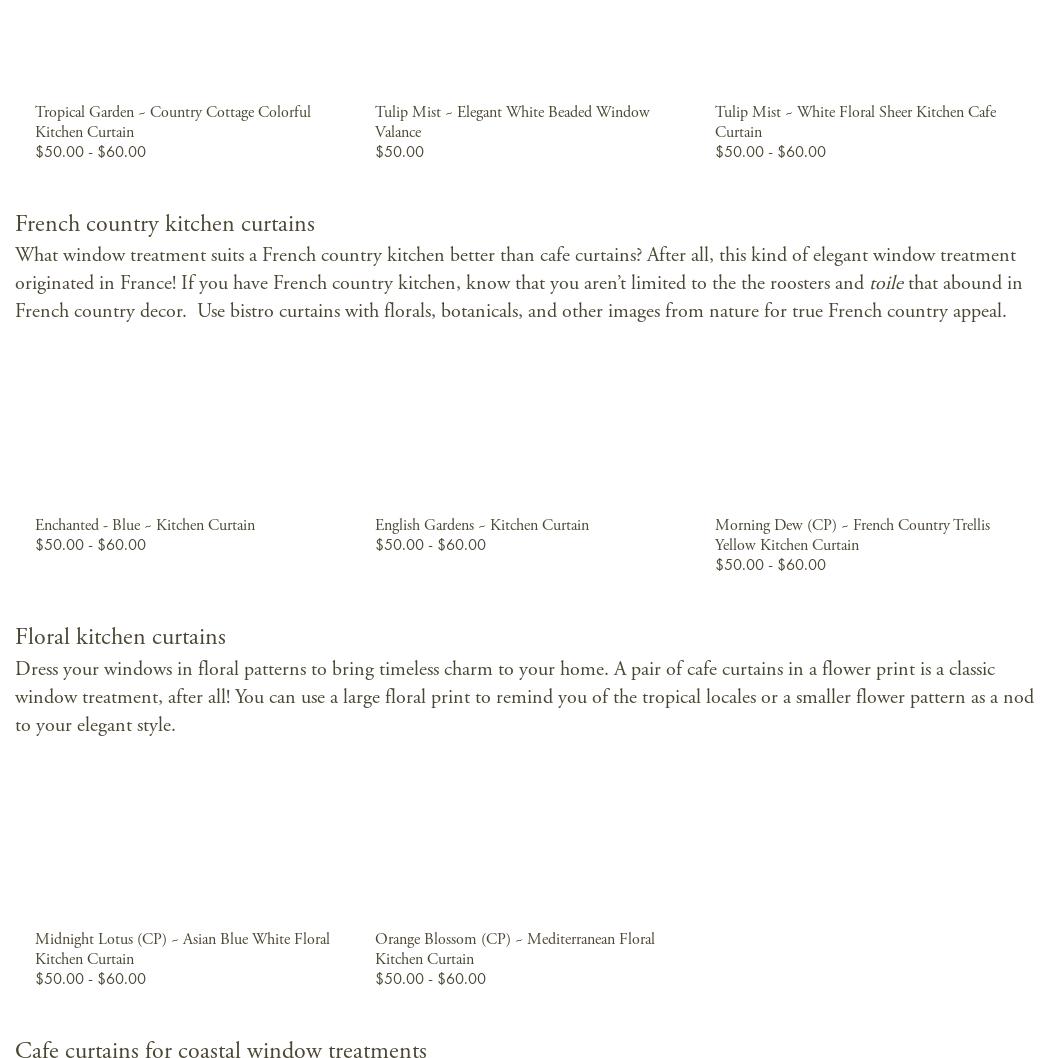 The height and width of the screenshot is (1058, 1050). I want to click on '$50.00', so click(398, 149).